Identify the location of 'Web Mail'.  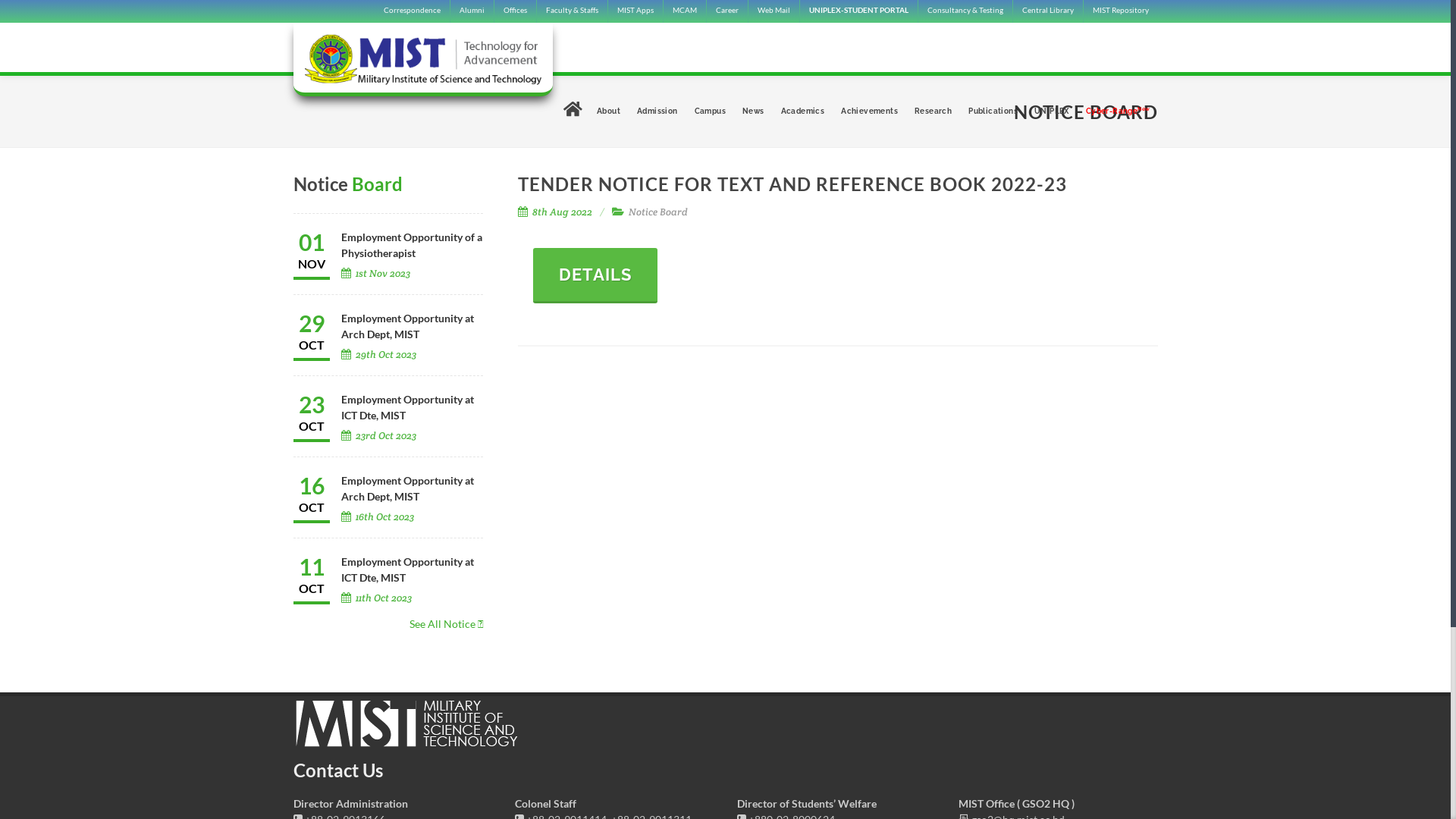
(747, 11).